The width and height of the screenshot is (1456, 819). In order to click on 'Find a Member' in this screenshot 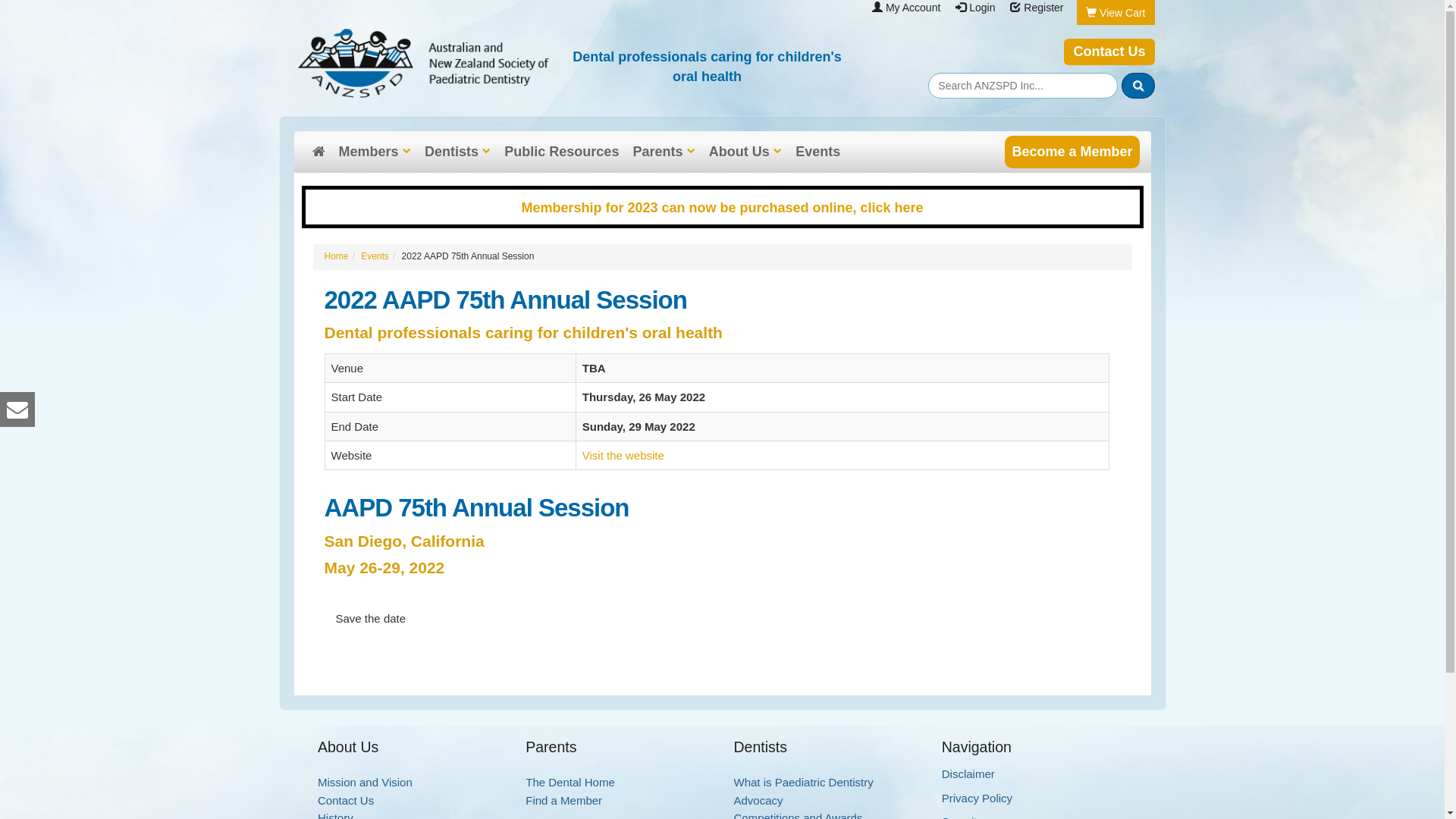, I will do `click(563, 799)`.